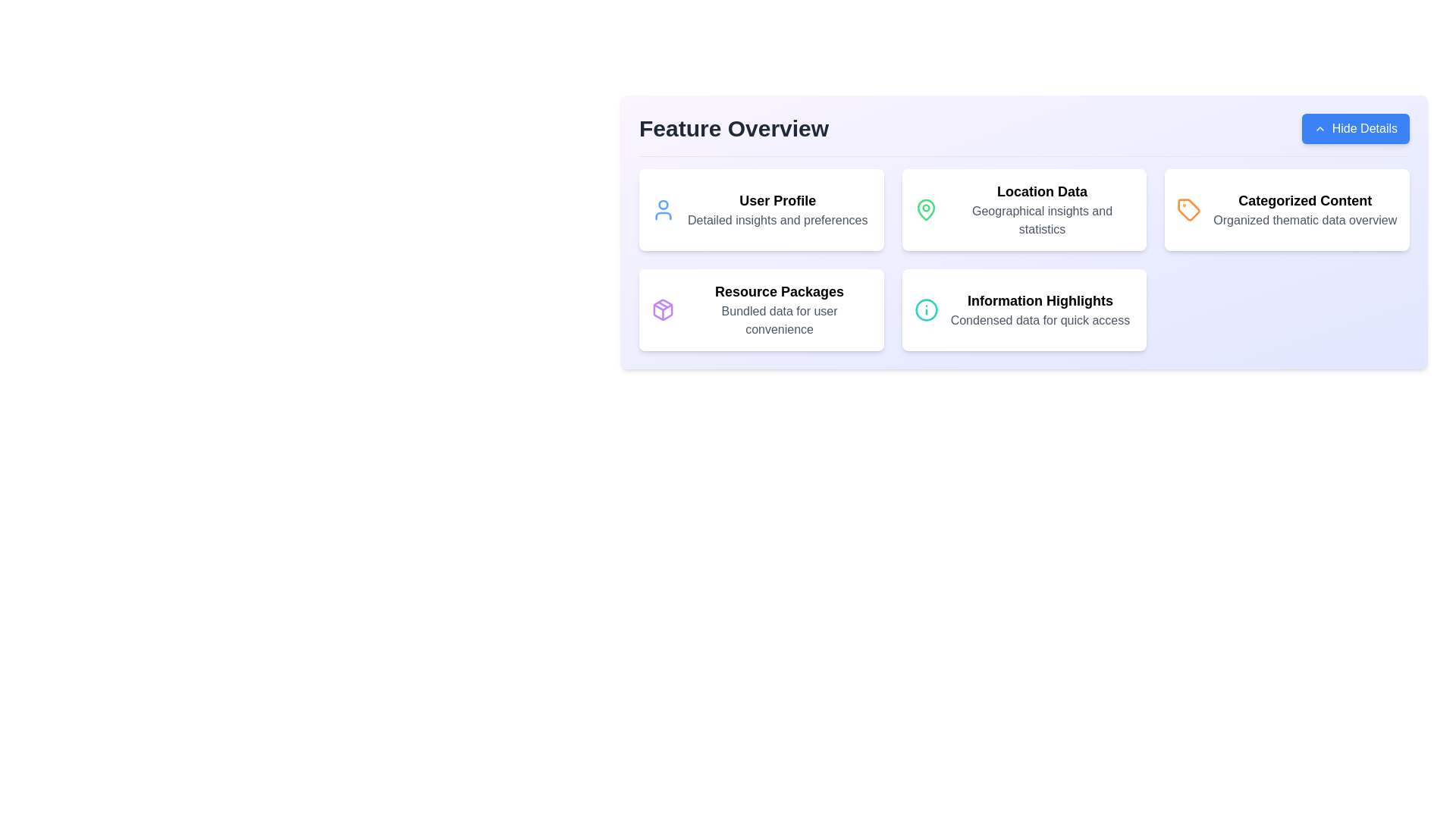 Image resolution: width=1456 pixels, height=819 pixels. Describe the element at coordinates (1041, 220) in the screenshot. I see `the text block that reads 'Geographical insights and statistics', styled in gray font, located beneath the 'Location Data' heading` at that location.